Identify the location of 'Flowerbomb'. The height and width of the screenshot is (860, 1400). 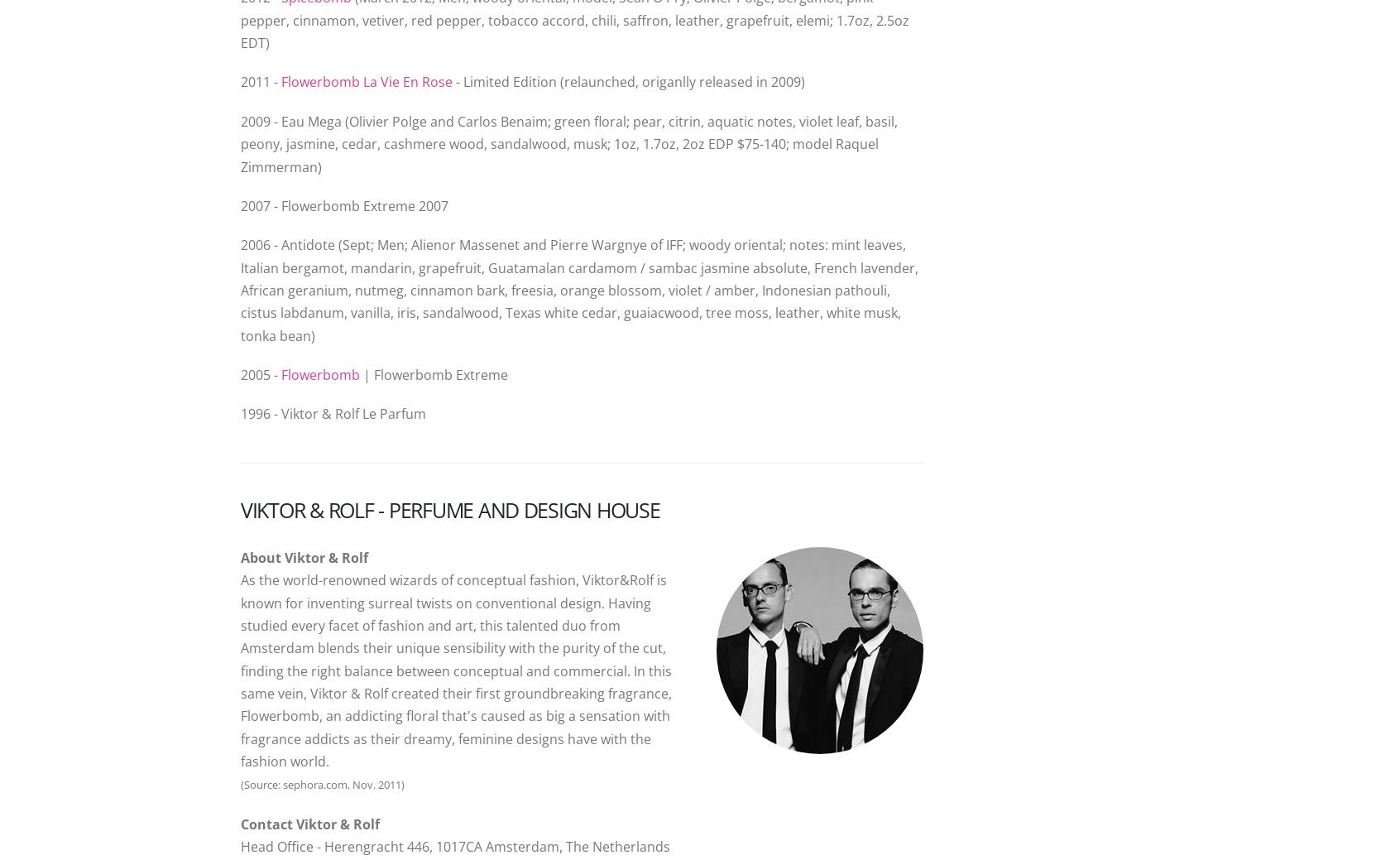
(320, 374).